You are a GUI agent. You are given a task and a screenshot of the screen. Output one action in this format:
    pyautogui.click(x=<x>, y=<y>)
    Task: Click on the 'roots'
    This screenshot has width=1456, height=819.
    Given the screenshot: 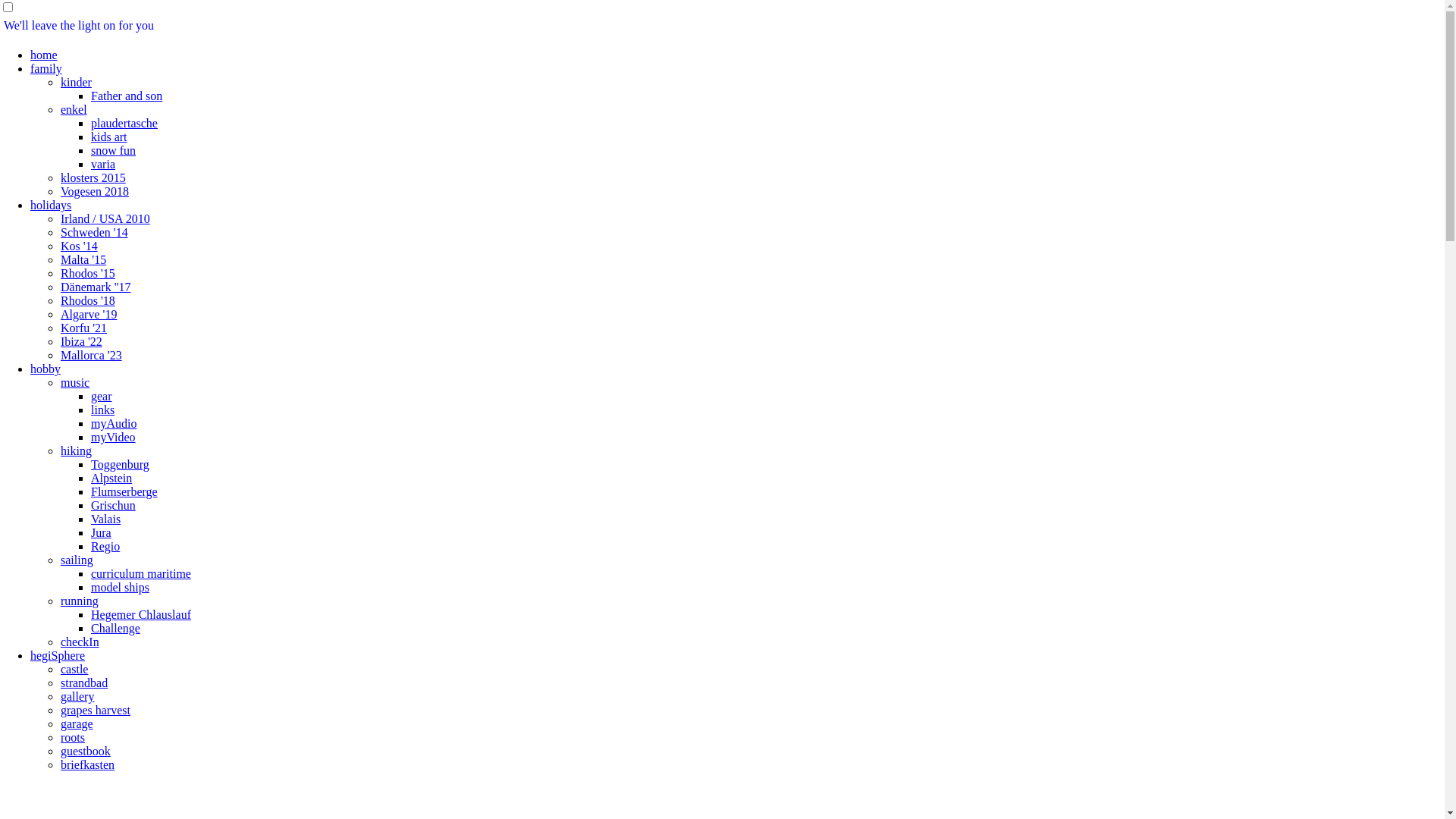 What is the action you would take?
    pyautogui.click(x=72, y=736)
    